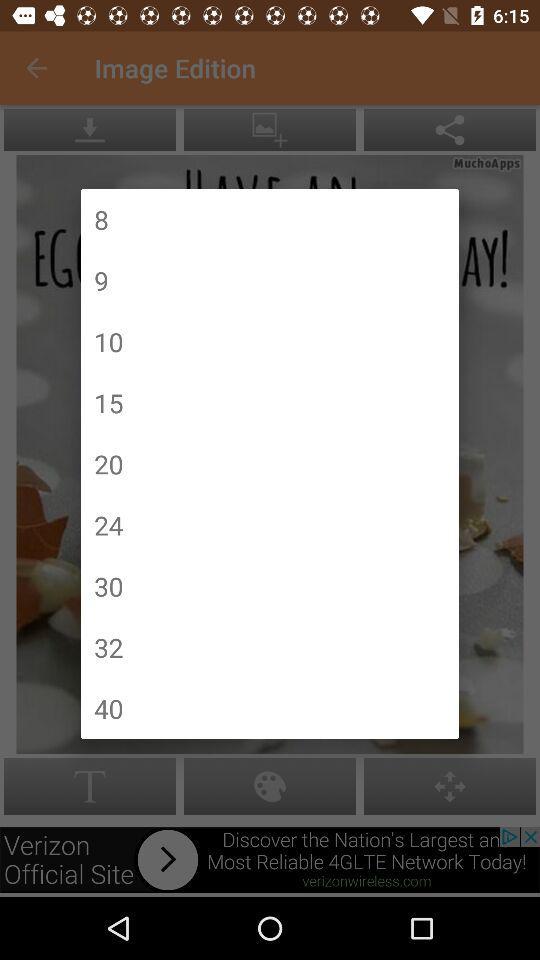 This screenshot has height=960, width=540. Describe the element at coordinates (108, 524) in the screenshot. I see `24 item` at that location.